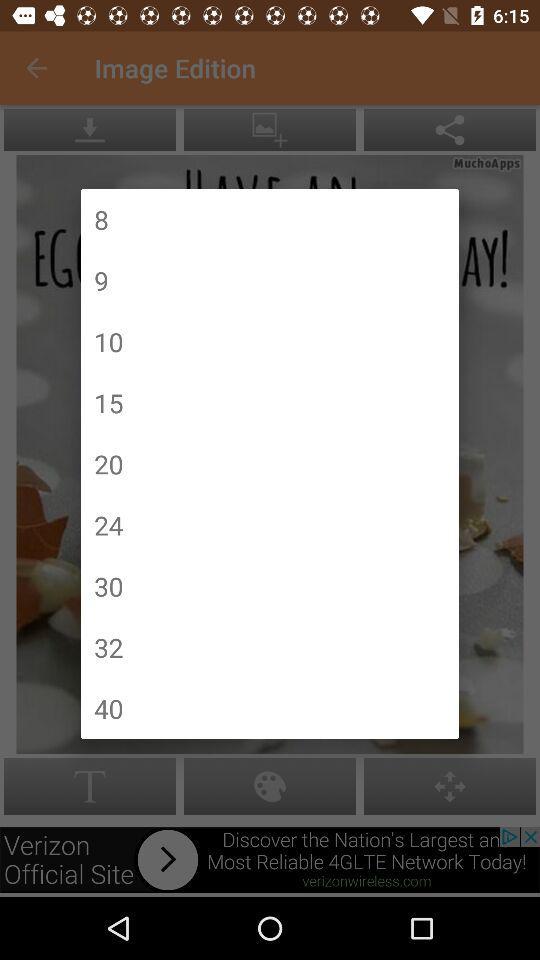 This screenshot has height=960, width=540. Describe the element at coordinates (108, 524) in the screenshot. I see `24 item` at that location.